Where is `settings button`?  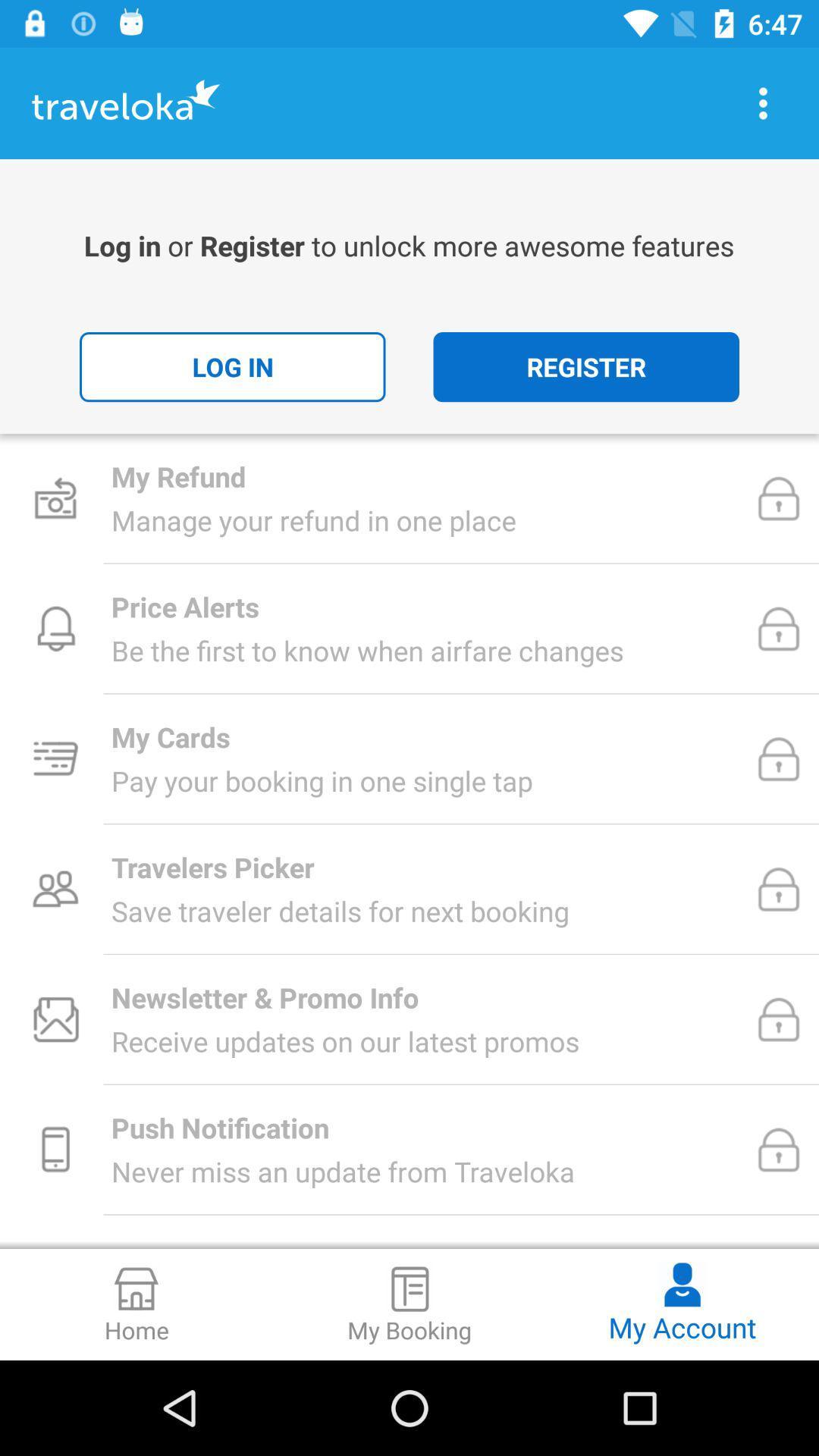
settings button is located at coordinates (763, 102).